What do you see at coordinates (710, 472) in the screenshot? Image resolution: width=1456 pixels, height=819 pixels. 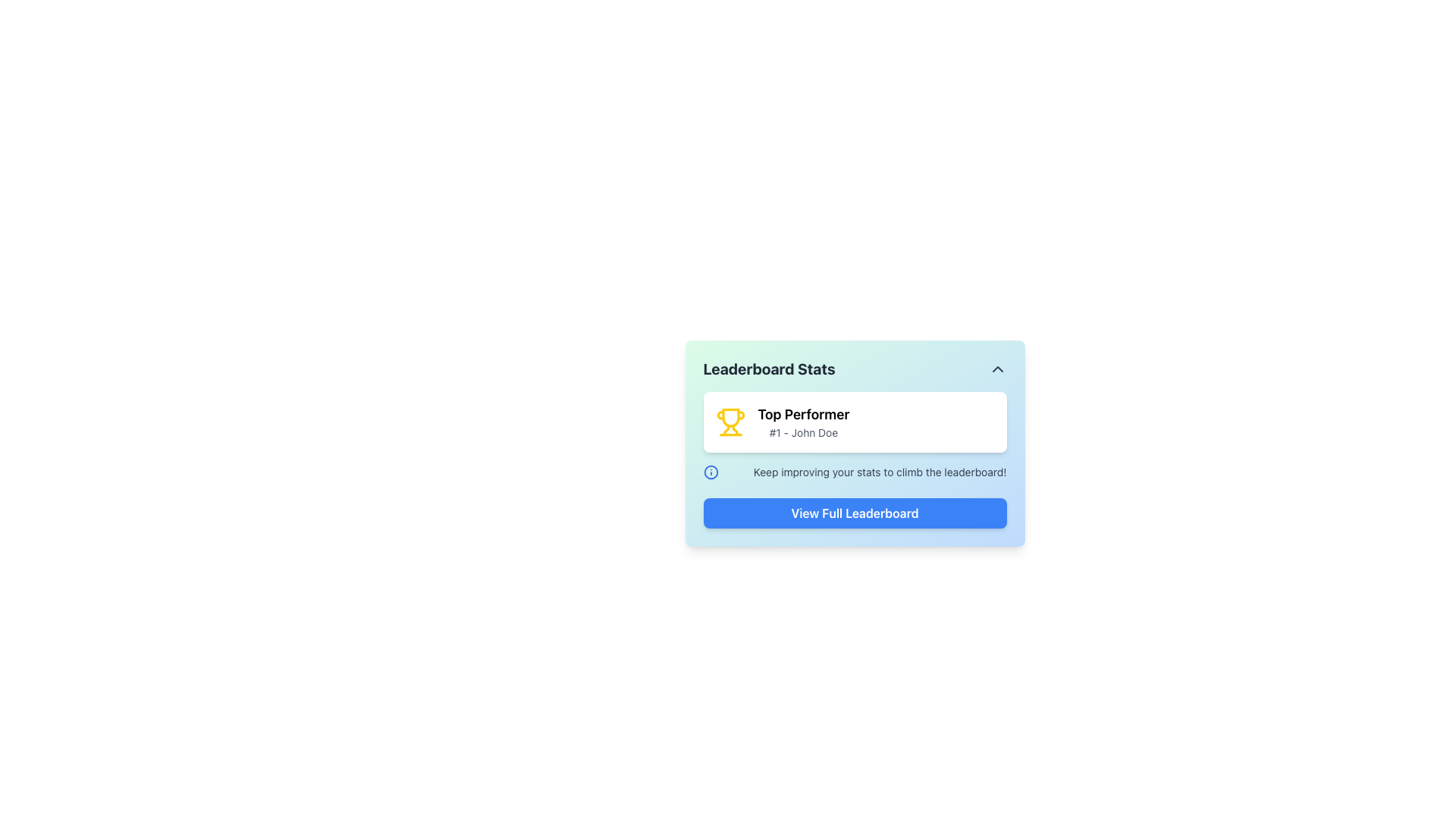 I see `the 'info' icon graphic element located adjacent to the text 'Keep improving your stats to climb the leaderboard!' in the bottom-left corner of the leaderboard card` at bounding box center [710, 472].